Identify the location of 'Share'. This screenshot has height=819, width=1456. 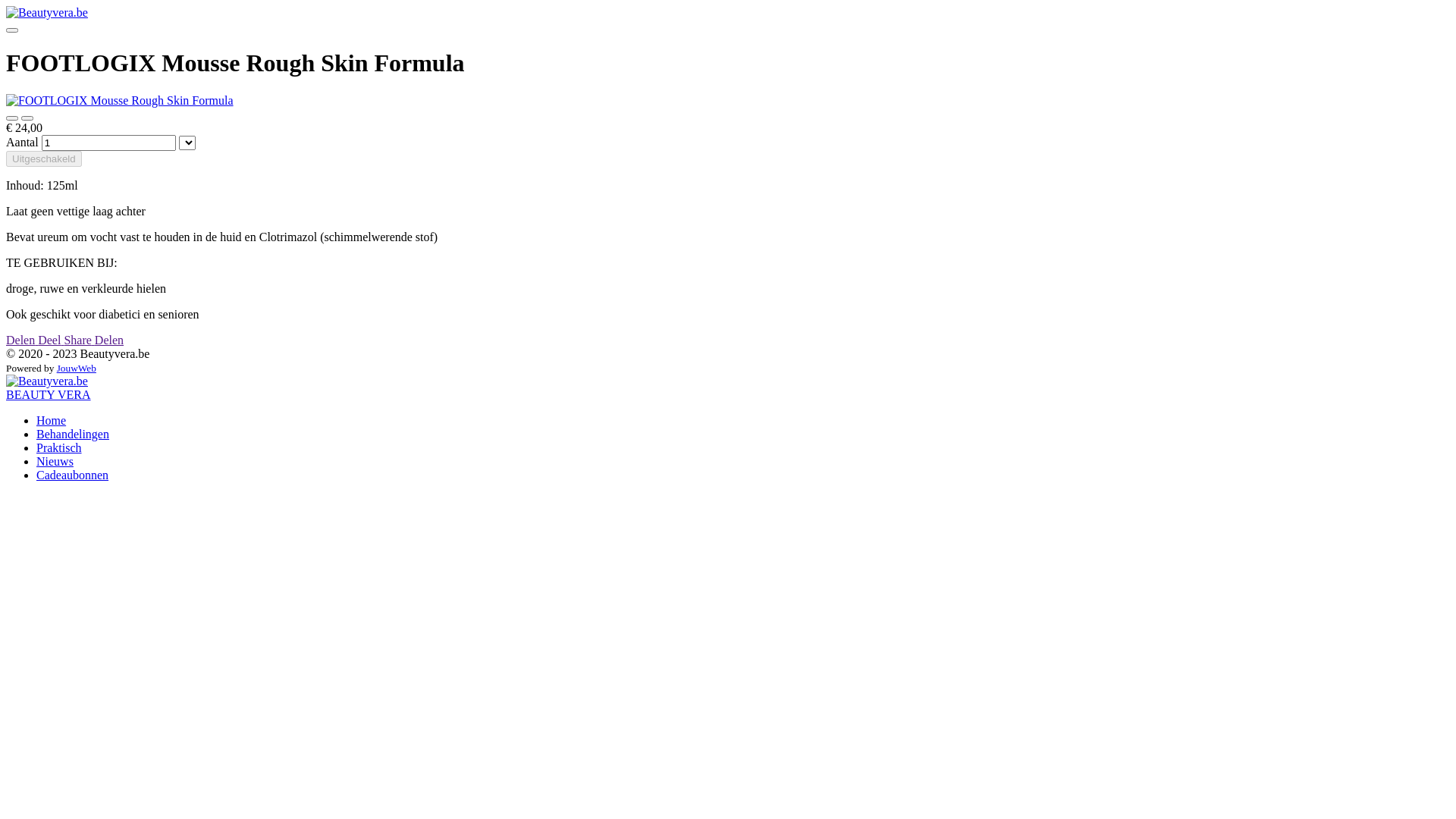
(62, 339).